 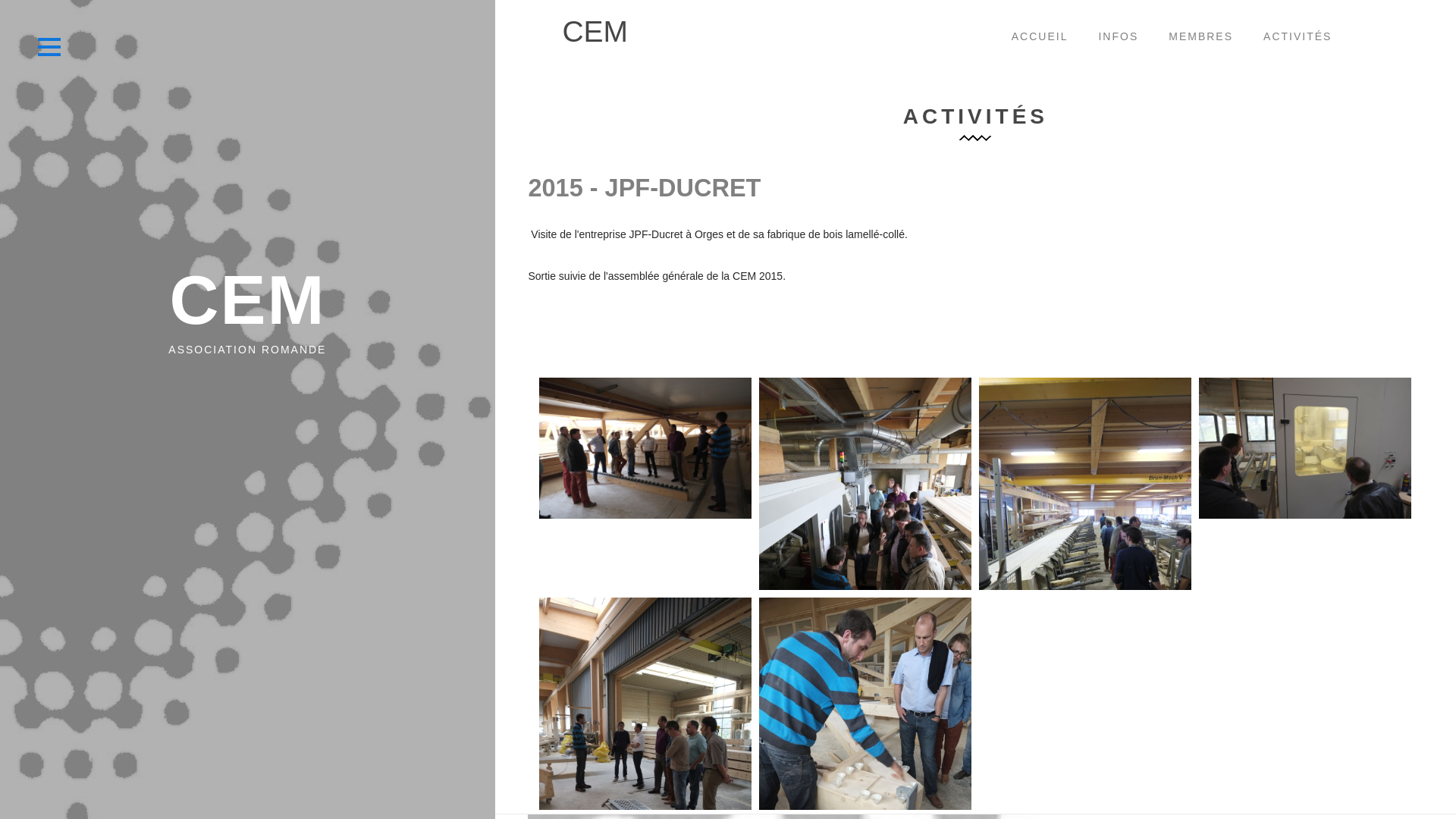 What do you see at coordinates (996, 37) in the screenshot?
I see `'ACCUEIL'` at bounding box center [996, 37].